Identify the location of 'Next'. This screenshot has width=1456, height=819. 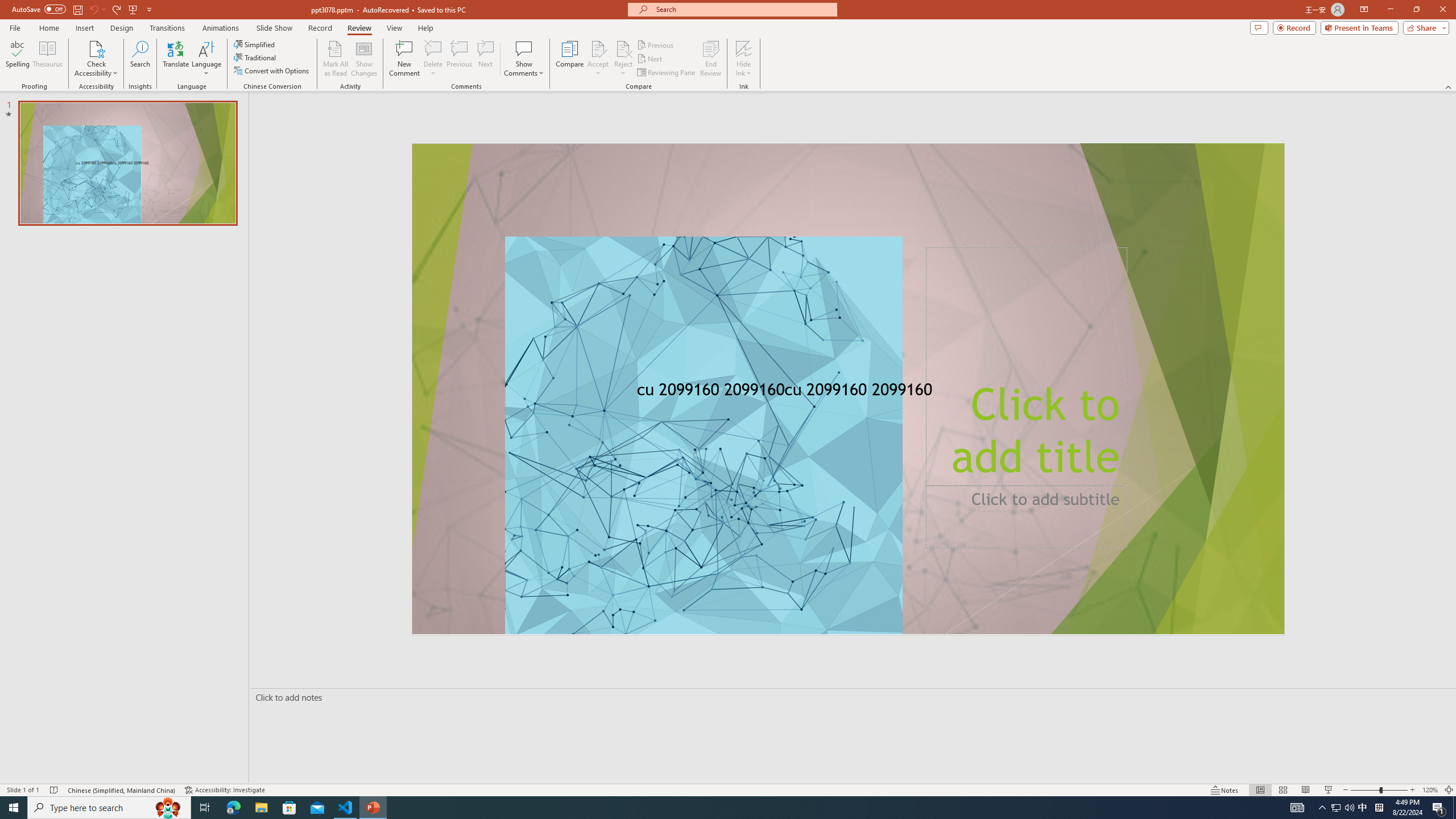
(650, 59).